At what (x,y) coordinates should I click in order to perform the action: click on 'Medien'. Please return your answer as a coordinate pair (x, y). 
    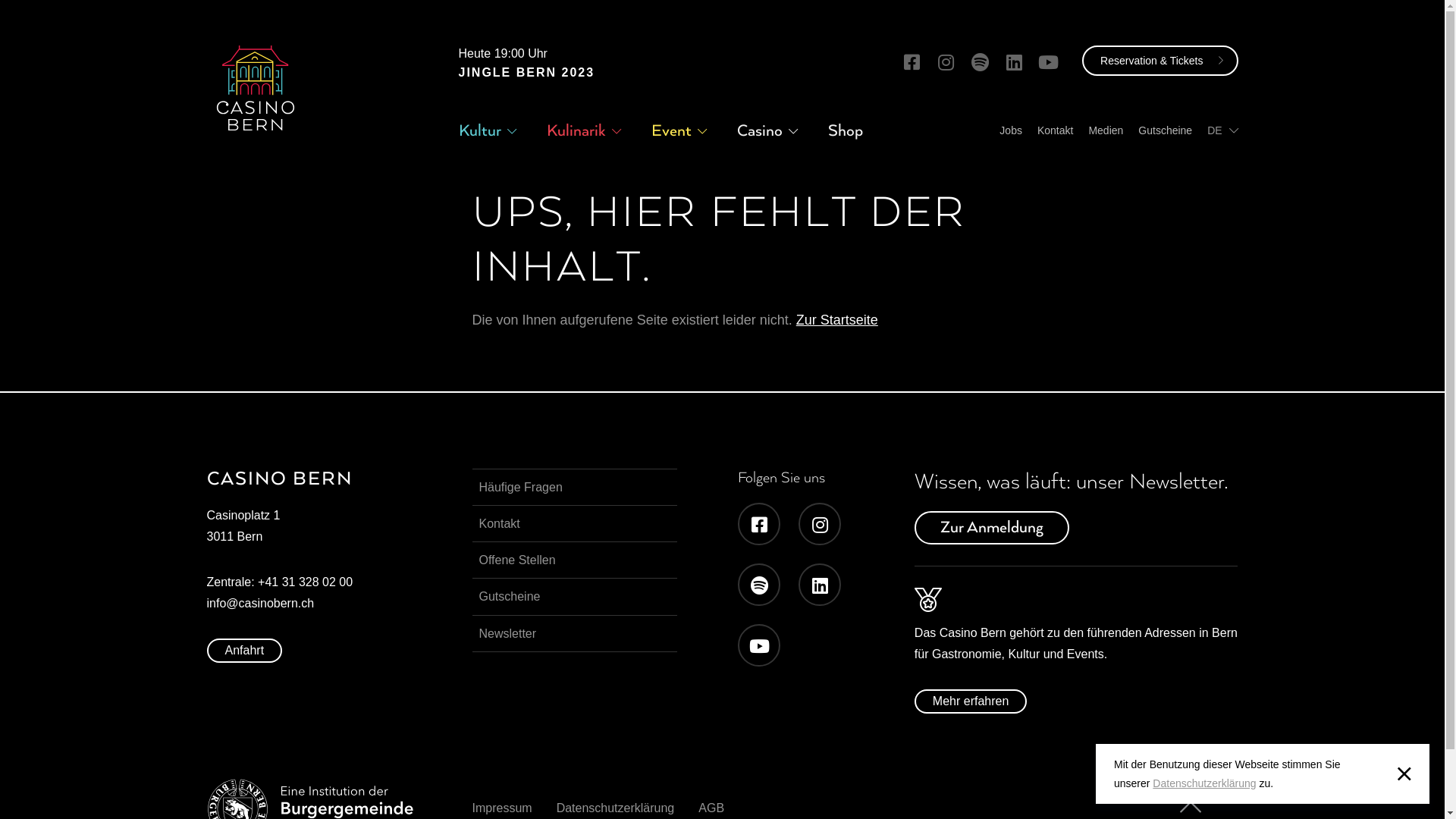
    Looking at the image, I should click on (1106, 130).